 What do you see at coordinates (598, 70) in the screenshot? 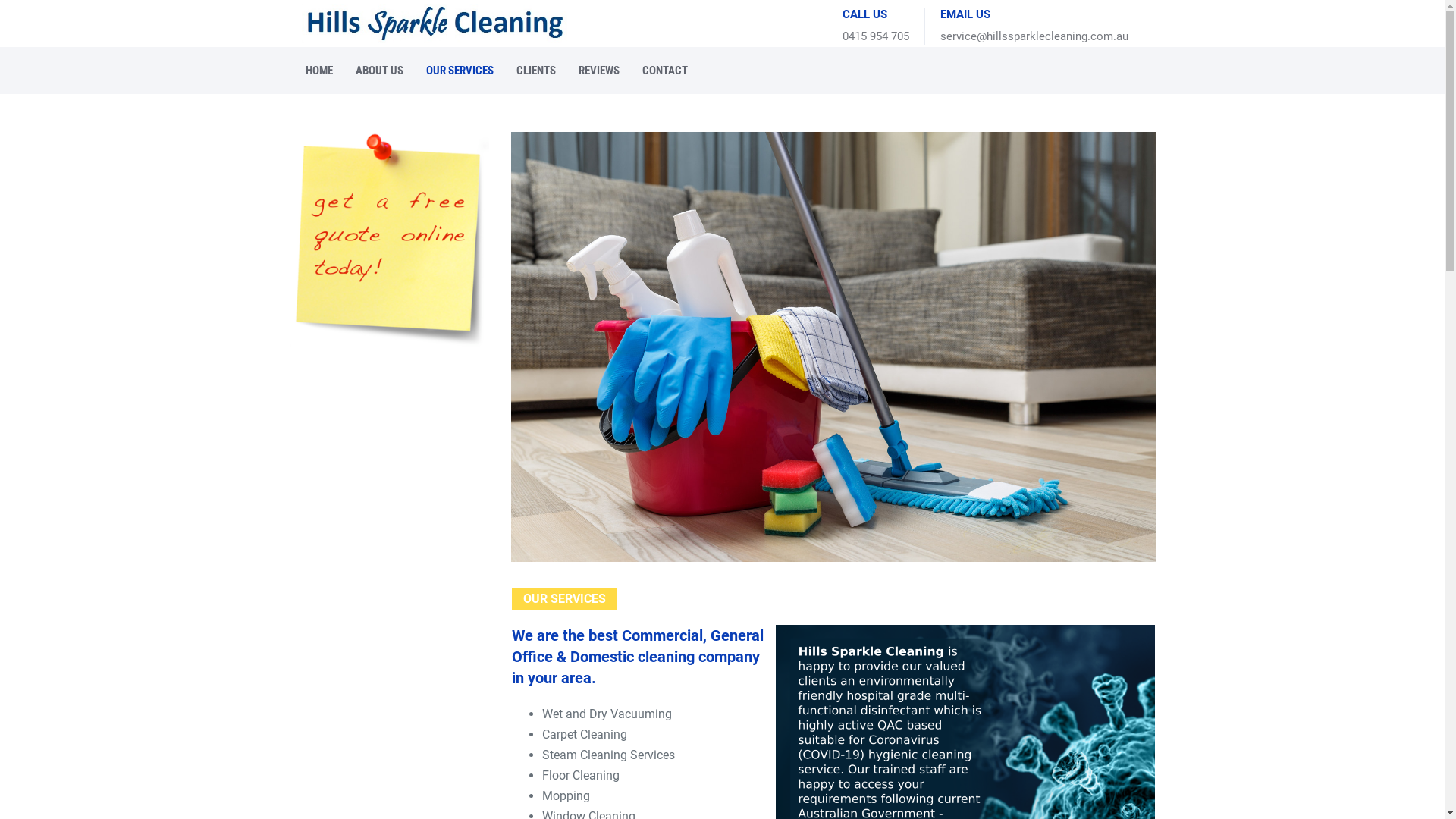
I see `'REVIEWS'` at bounding box center [598, 70].